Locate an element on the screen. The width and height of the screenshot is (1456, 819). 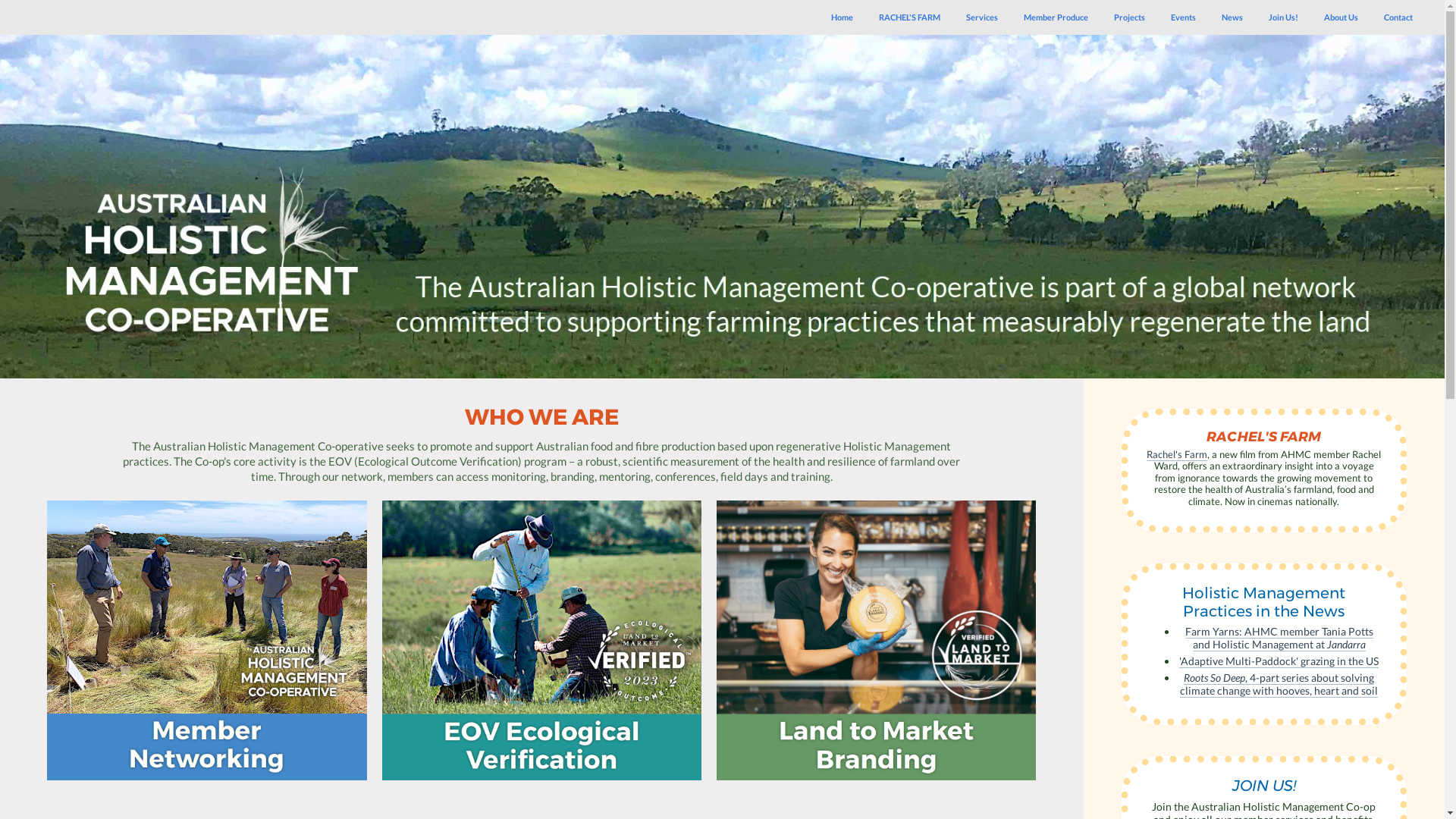
'News' is located at coordinates (1232, 17).